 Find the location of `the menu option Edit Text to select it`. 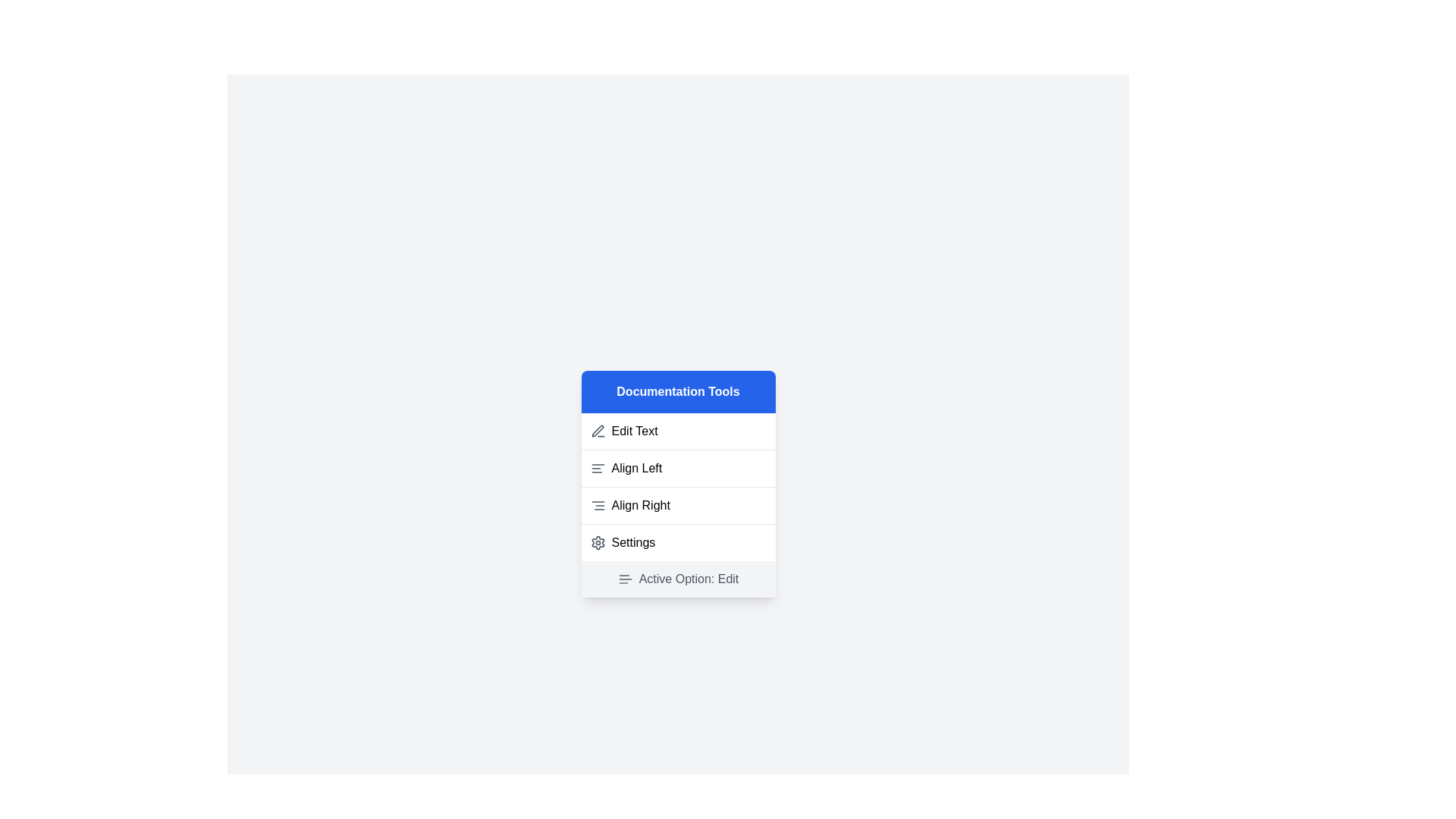

the menu option Edit Text to select it is located at coordinates (677, 431).